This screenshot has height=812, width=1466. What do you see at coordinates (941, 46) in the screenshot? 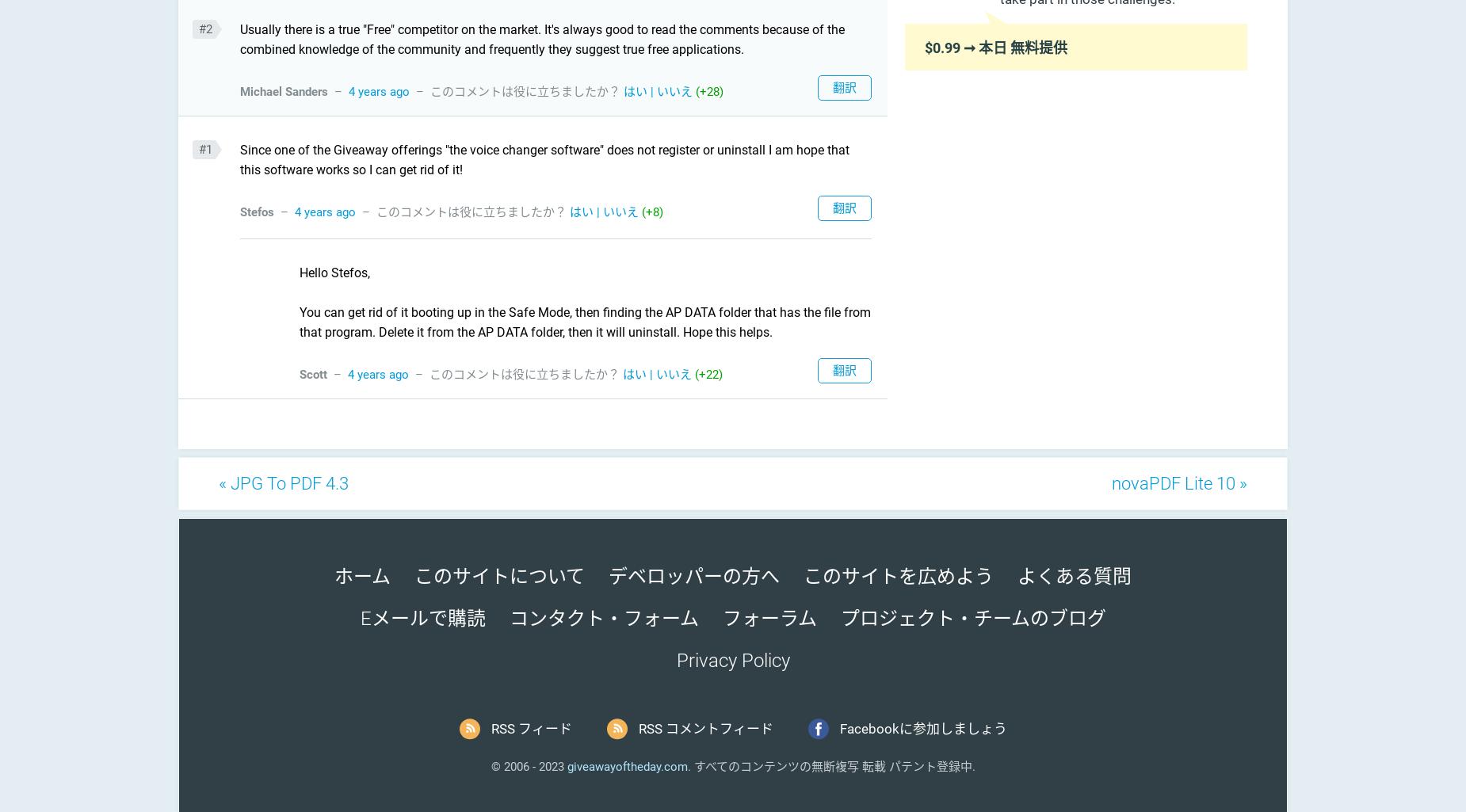
I see `'$0.99'` at bounding box center [941, 46].